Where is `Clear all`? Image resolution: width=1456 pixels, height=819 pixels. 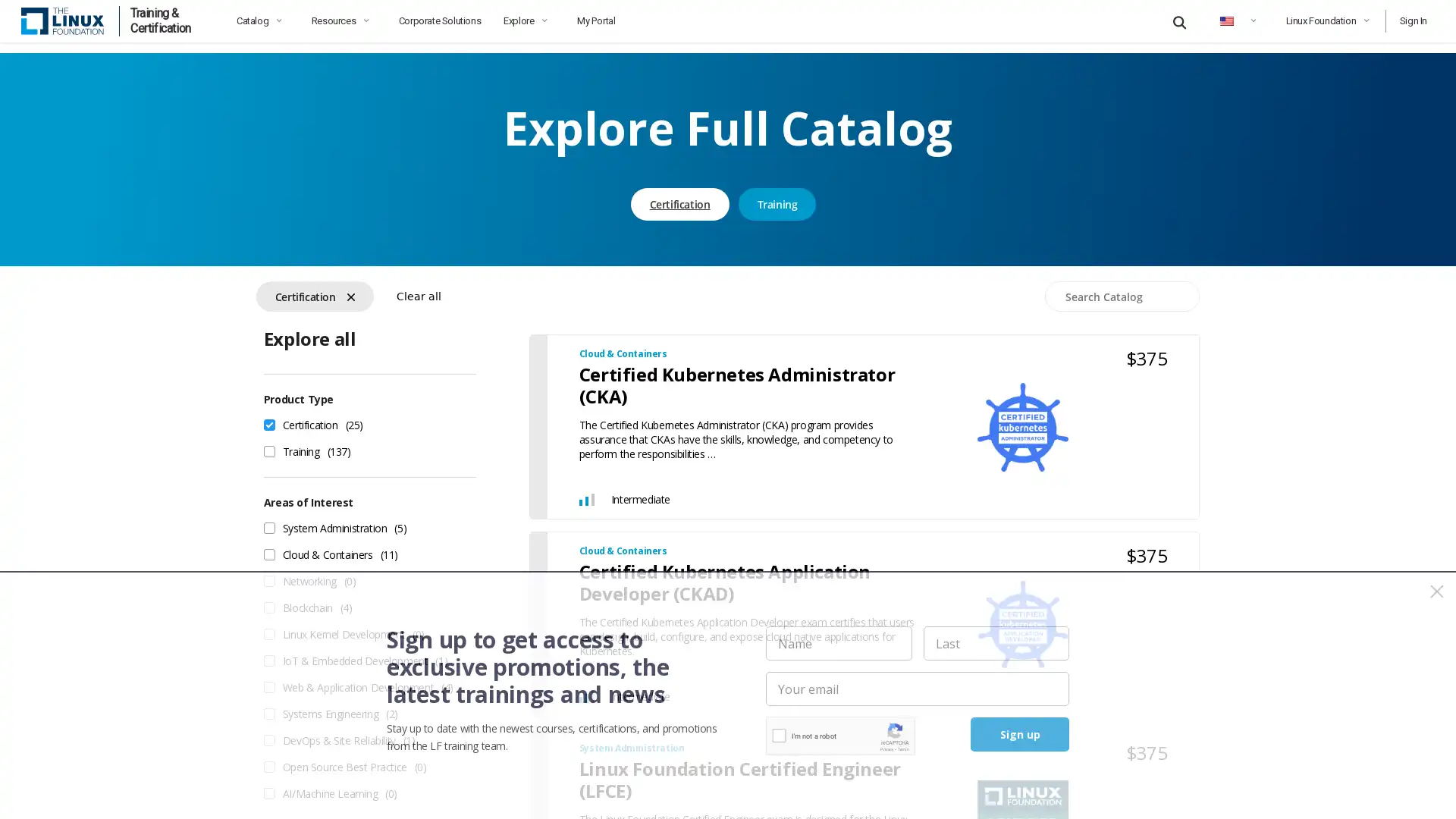 Clear all is located at coordinates (418, 286).